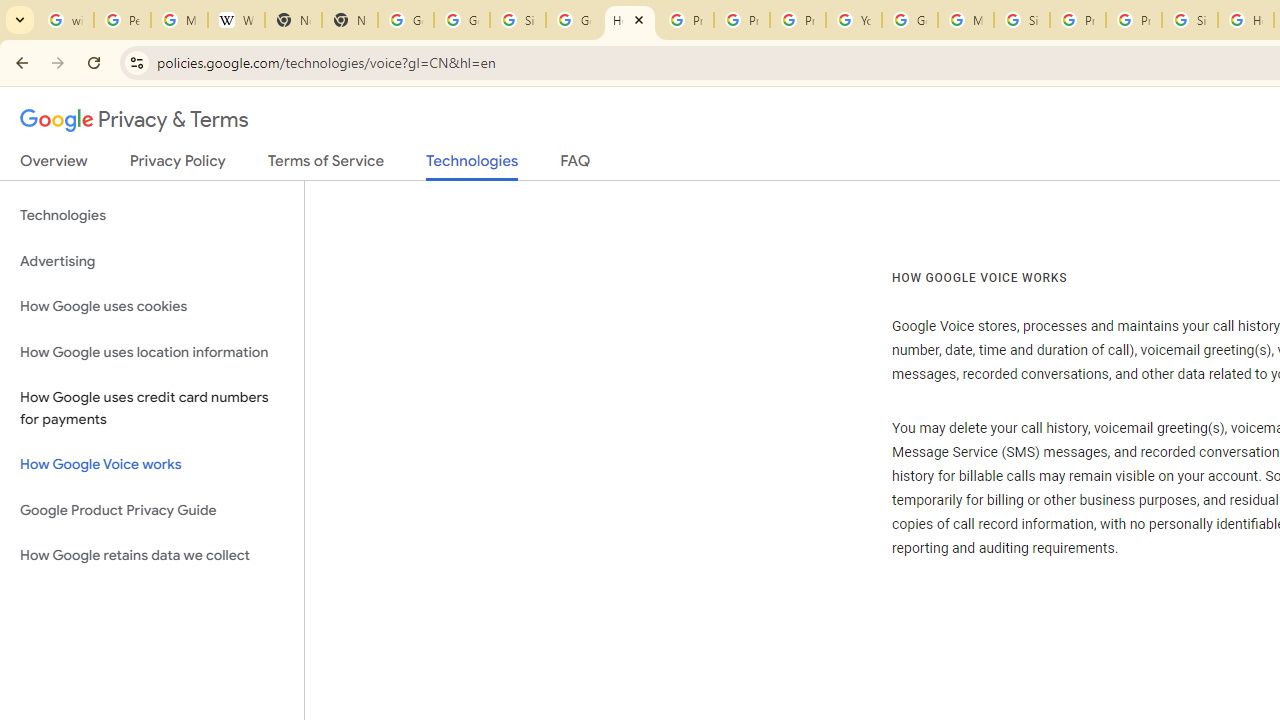  What do you see at coordinates (151, 555) in the screenshot?
I see `'How Google retains data we collect'` at bounding box center [151, 555].